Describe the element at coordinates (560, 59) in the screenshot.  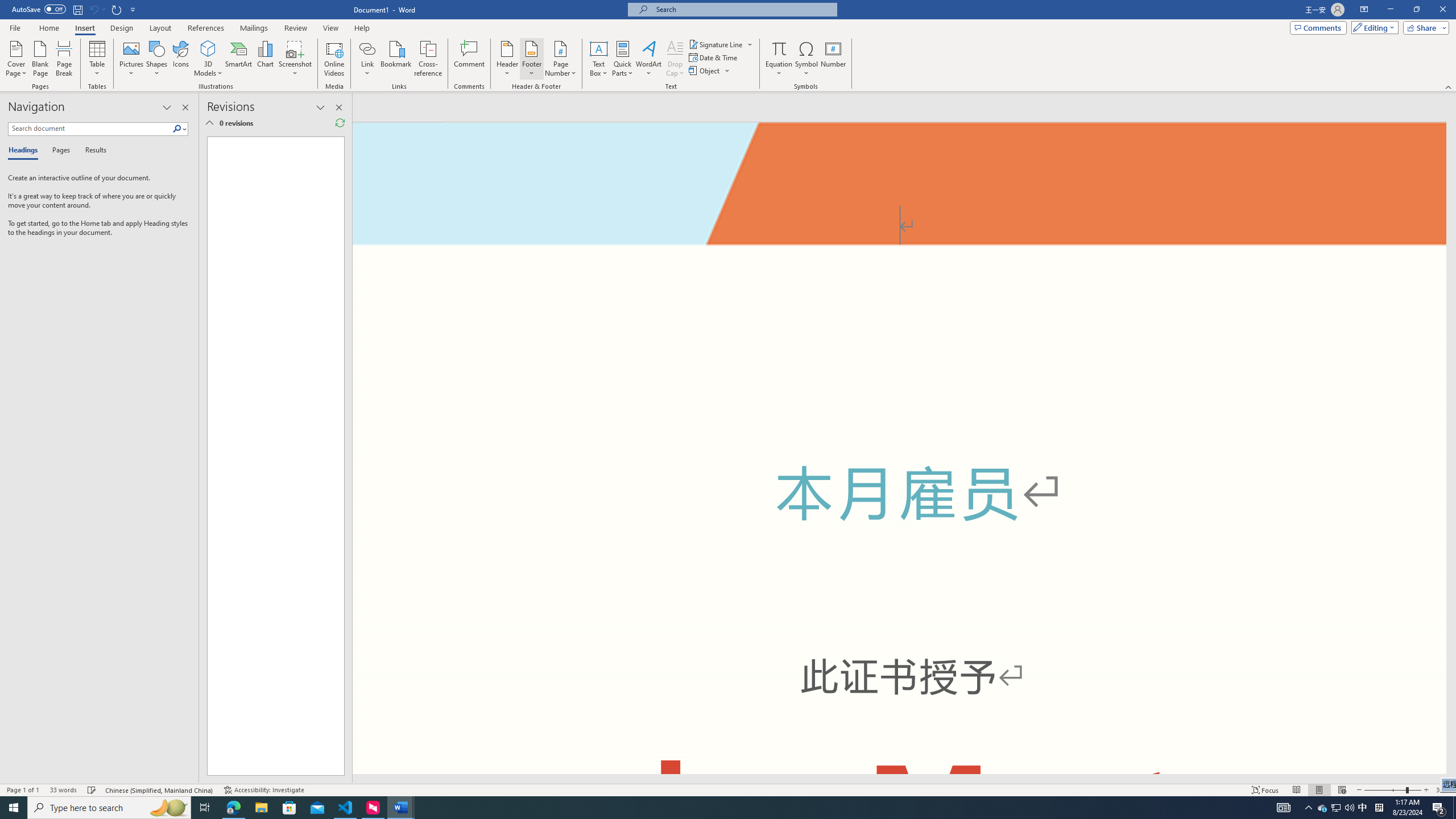
I see `'Page Number'` at that location.